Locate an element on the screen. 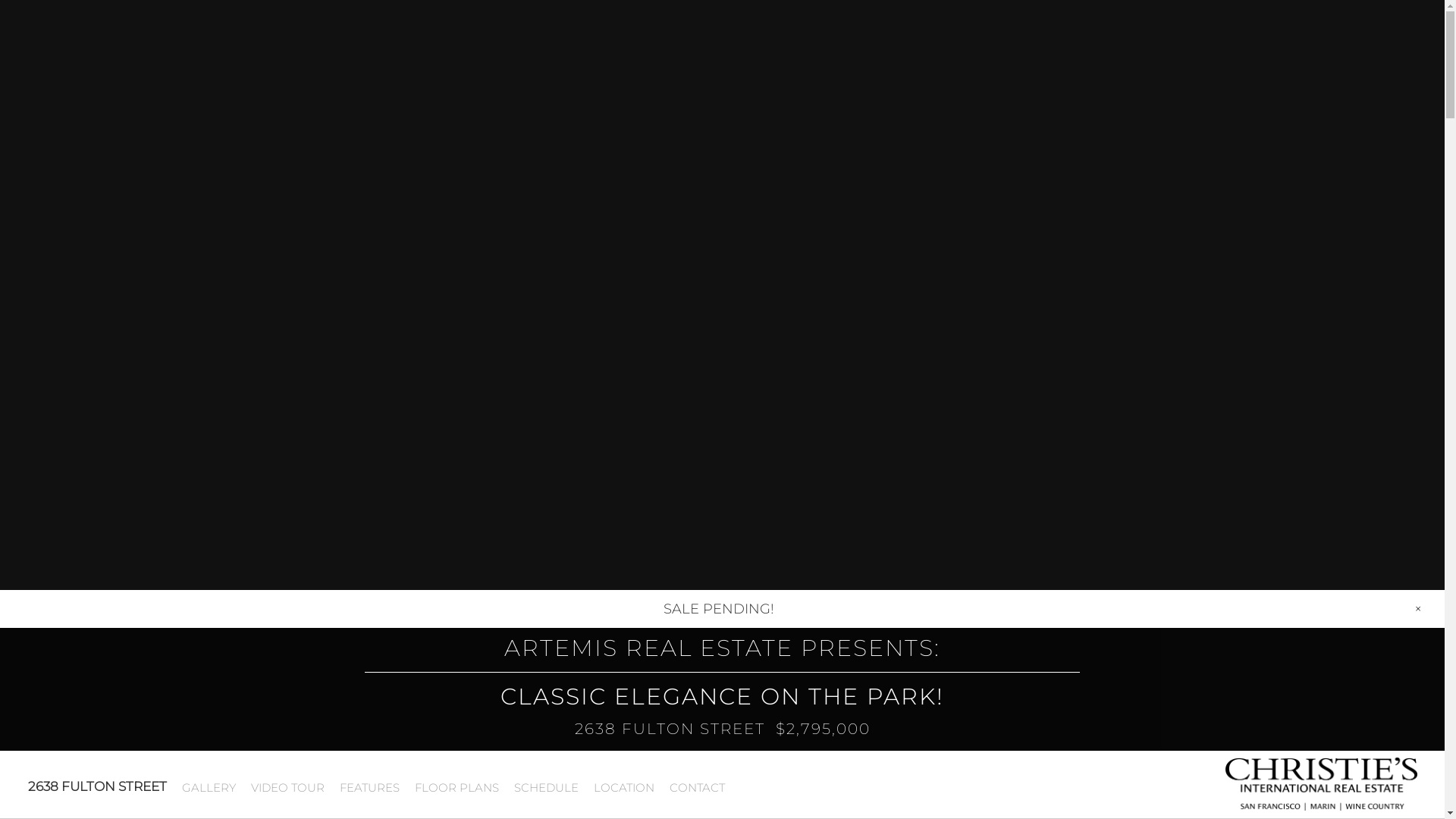 This screenshot has width=1456, height=819. 'VIDEO TOUR' is located at coordinates (243, 786).